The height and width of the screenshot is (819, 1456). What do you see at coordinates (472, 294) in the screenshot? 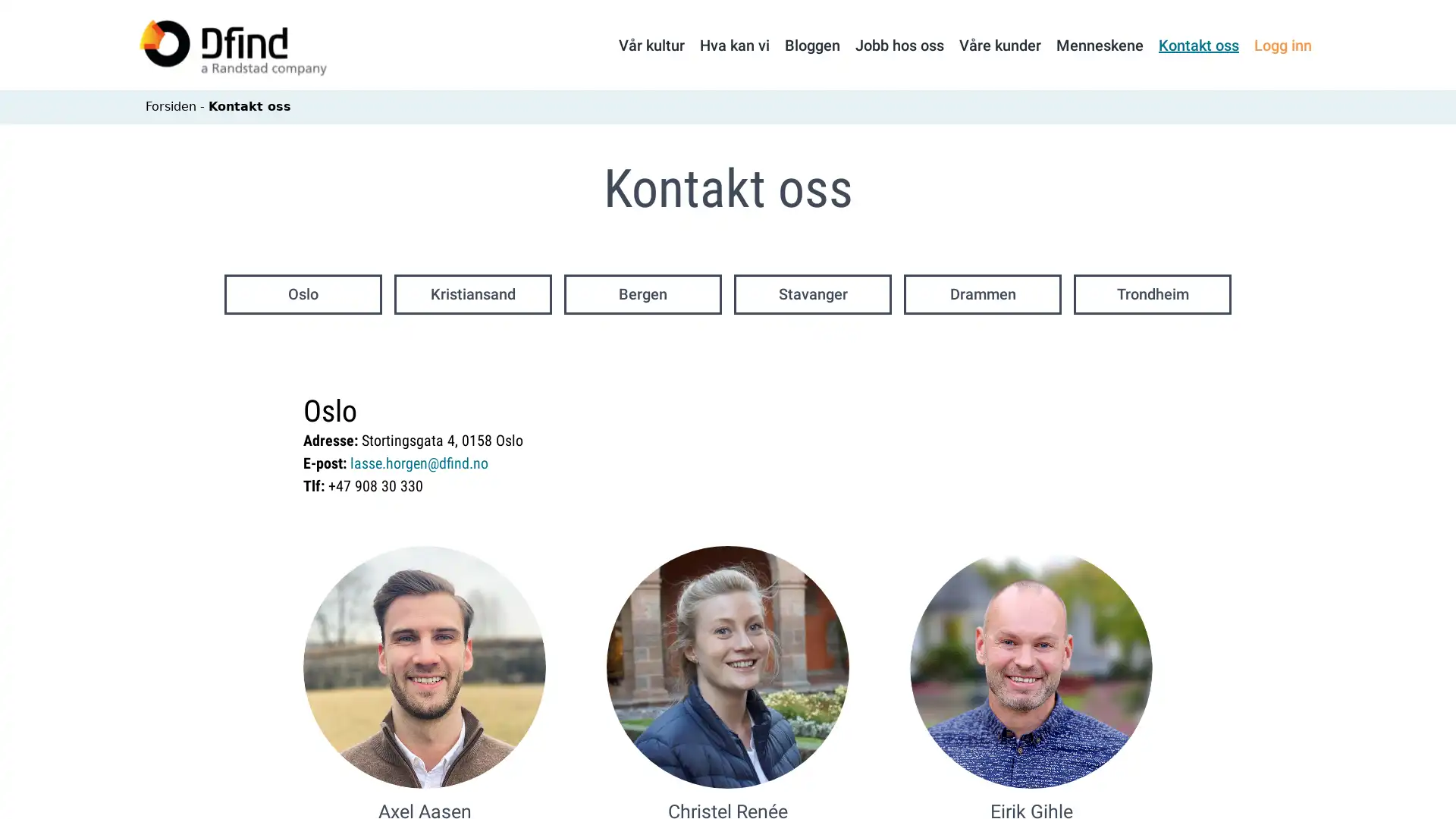
I see `Kristiansand` at bounding box center [472, 294].